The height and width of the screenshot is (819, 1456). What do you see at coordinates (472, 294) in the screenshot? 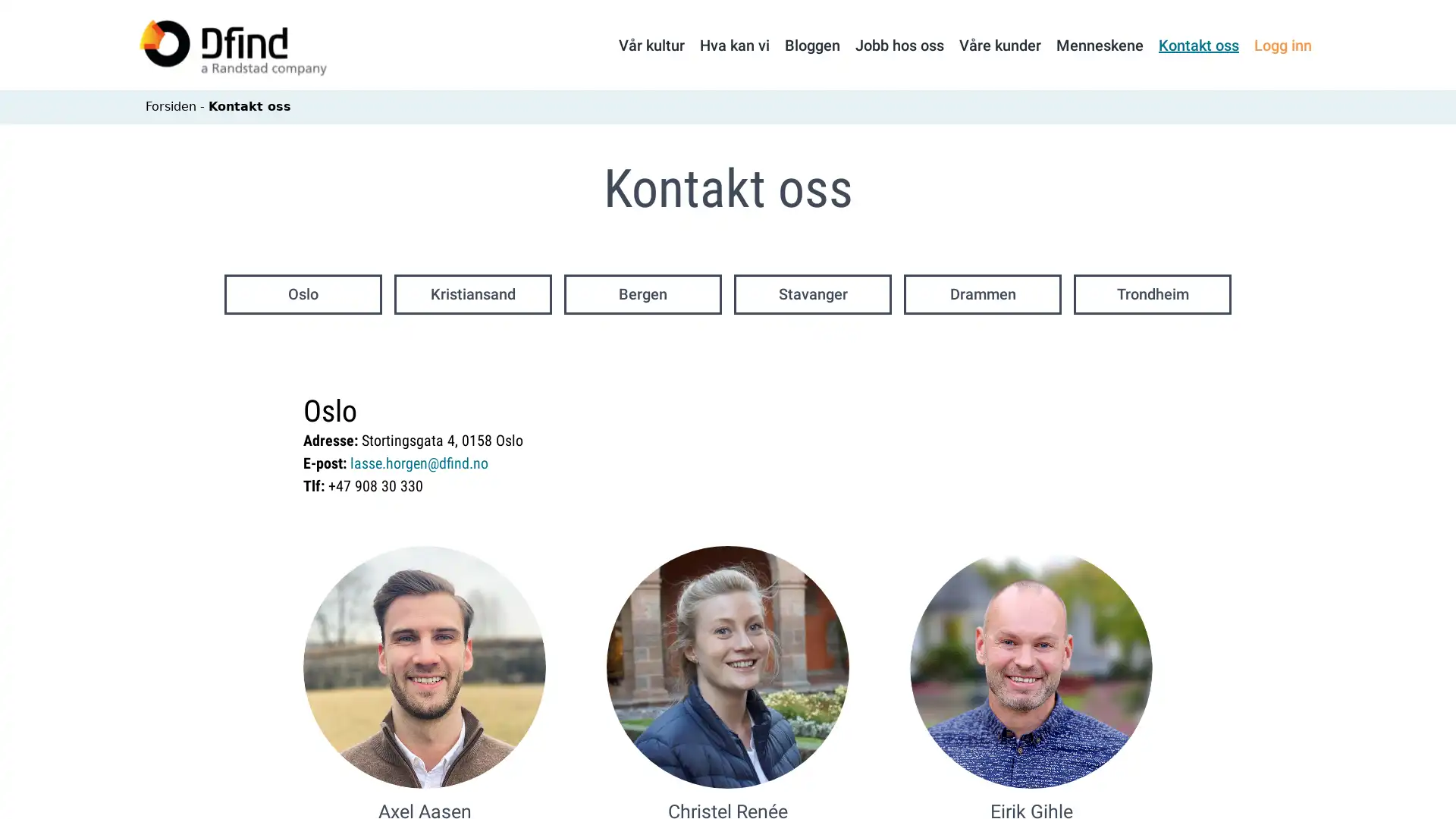
I see `Kristiansand` at bounding box center [472, 294].